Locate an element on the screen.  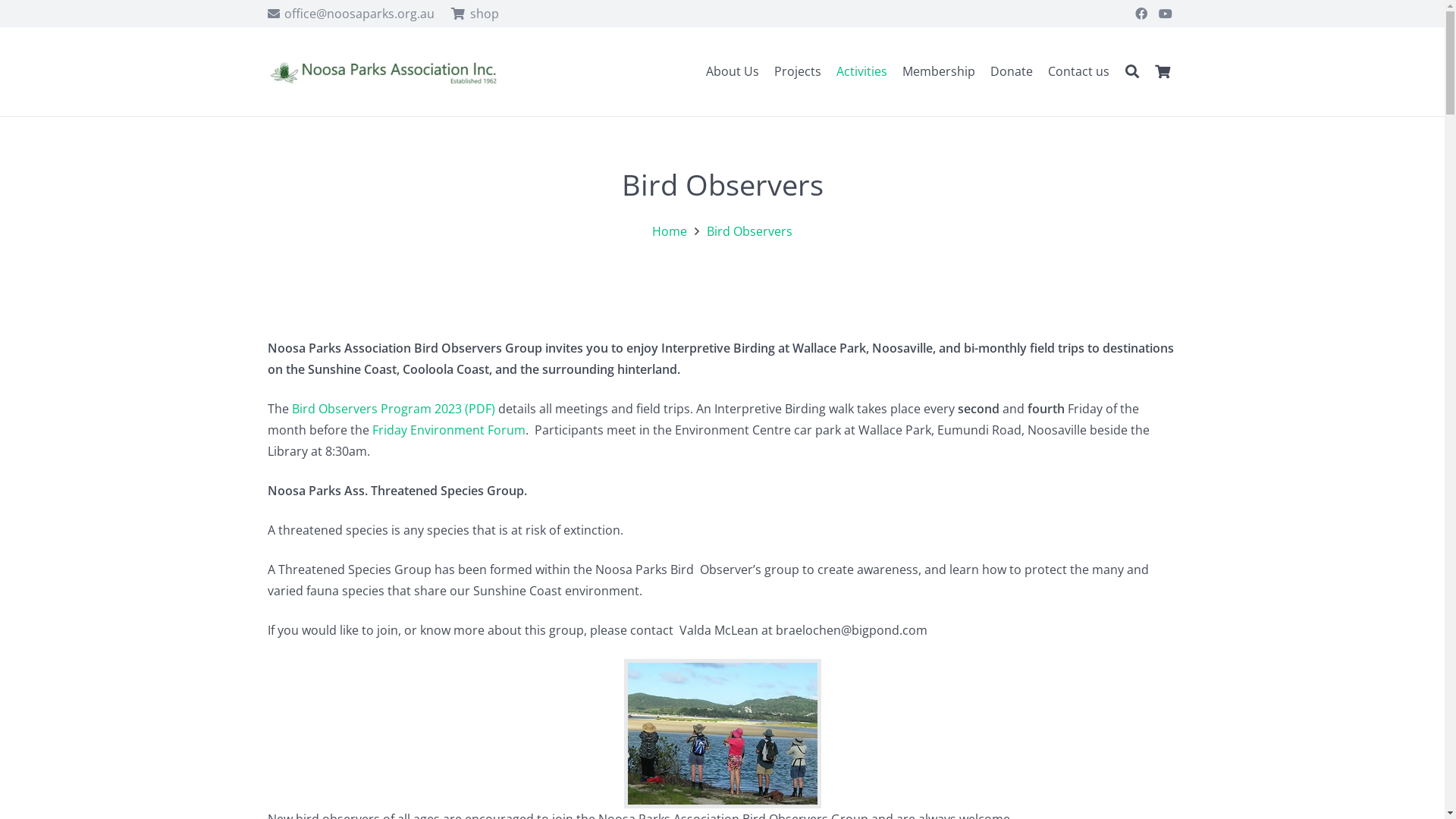
'Projects' is located at coordinates (796, 71).